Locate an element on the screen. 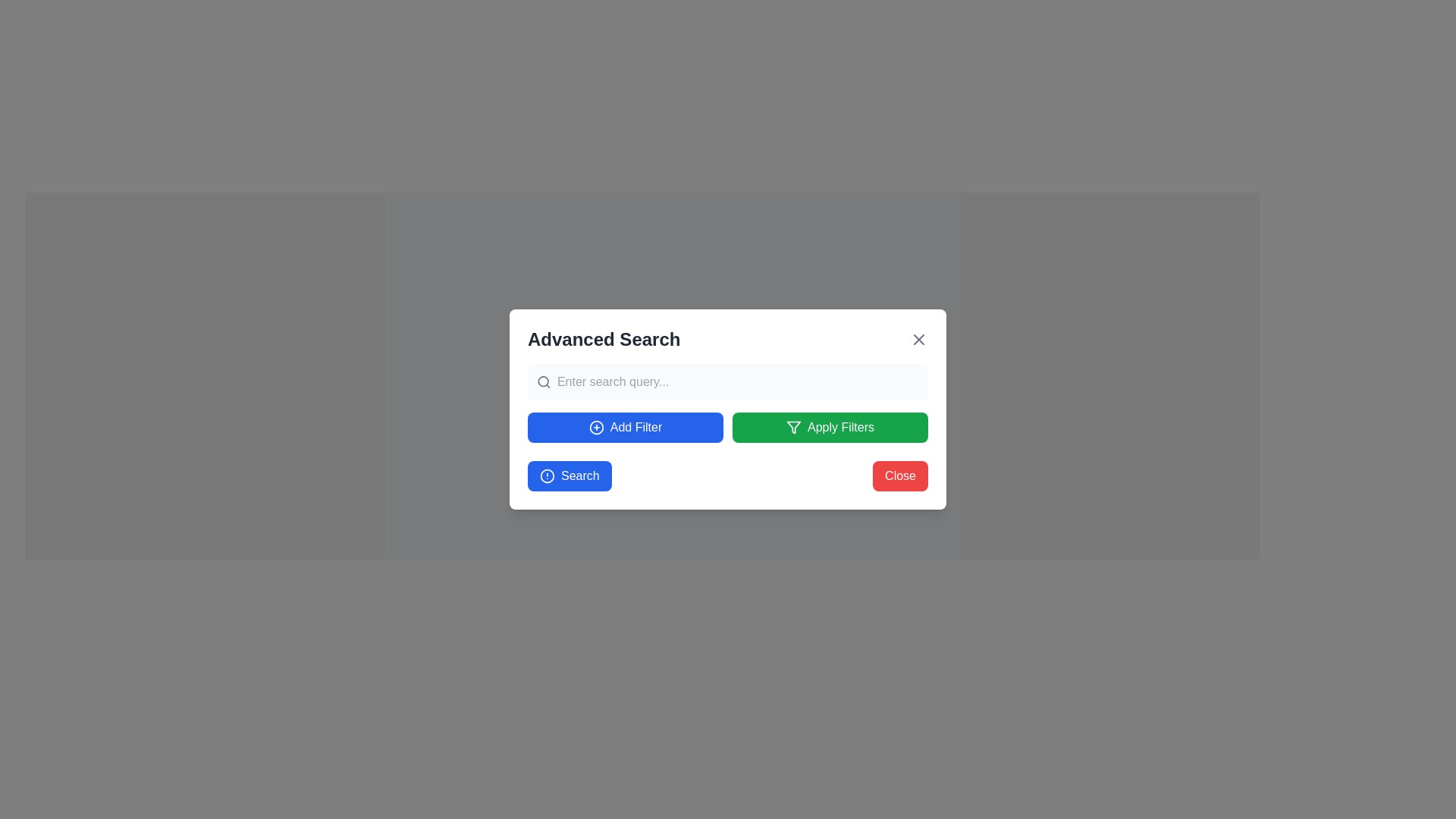 The width and height of the screenshot is (1456, 819). the circular icon part of the SVG graphic that is styled as the outline of a circle, located on the 'Search' button is located at coordinates (546, 475).